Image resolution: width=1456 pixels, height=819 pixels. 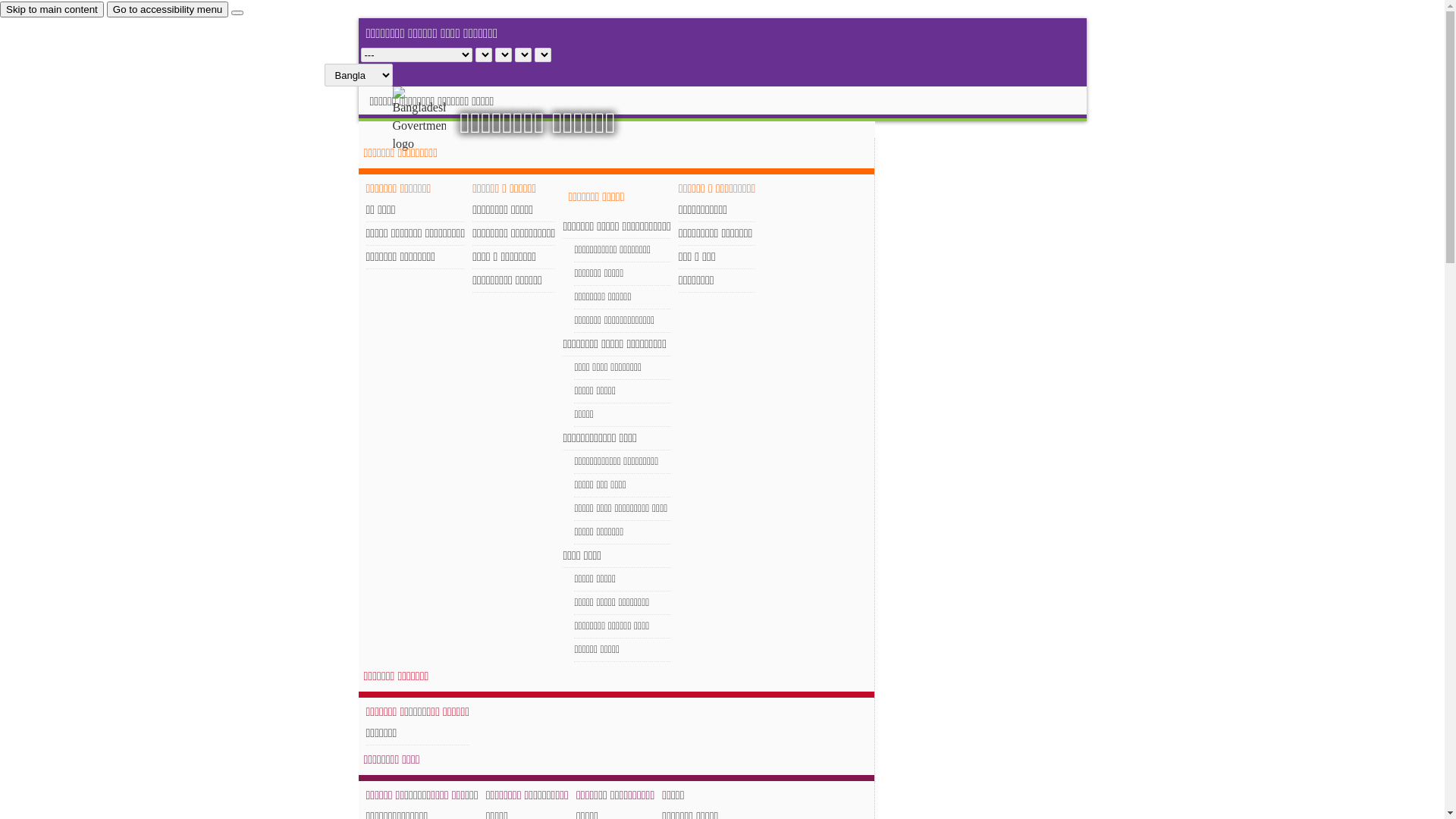 I want to click on 'Skip to main content', so click(x=52, y=9).